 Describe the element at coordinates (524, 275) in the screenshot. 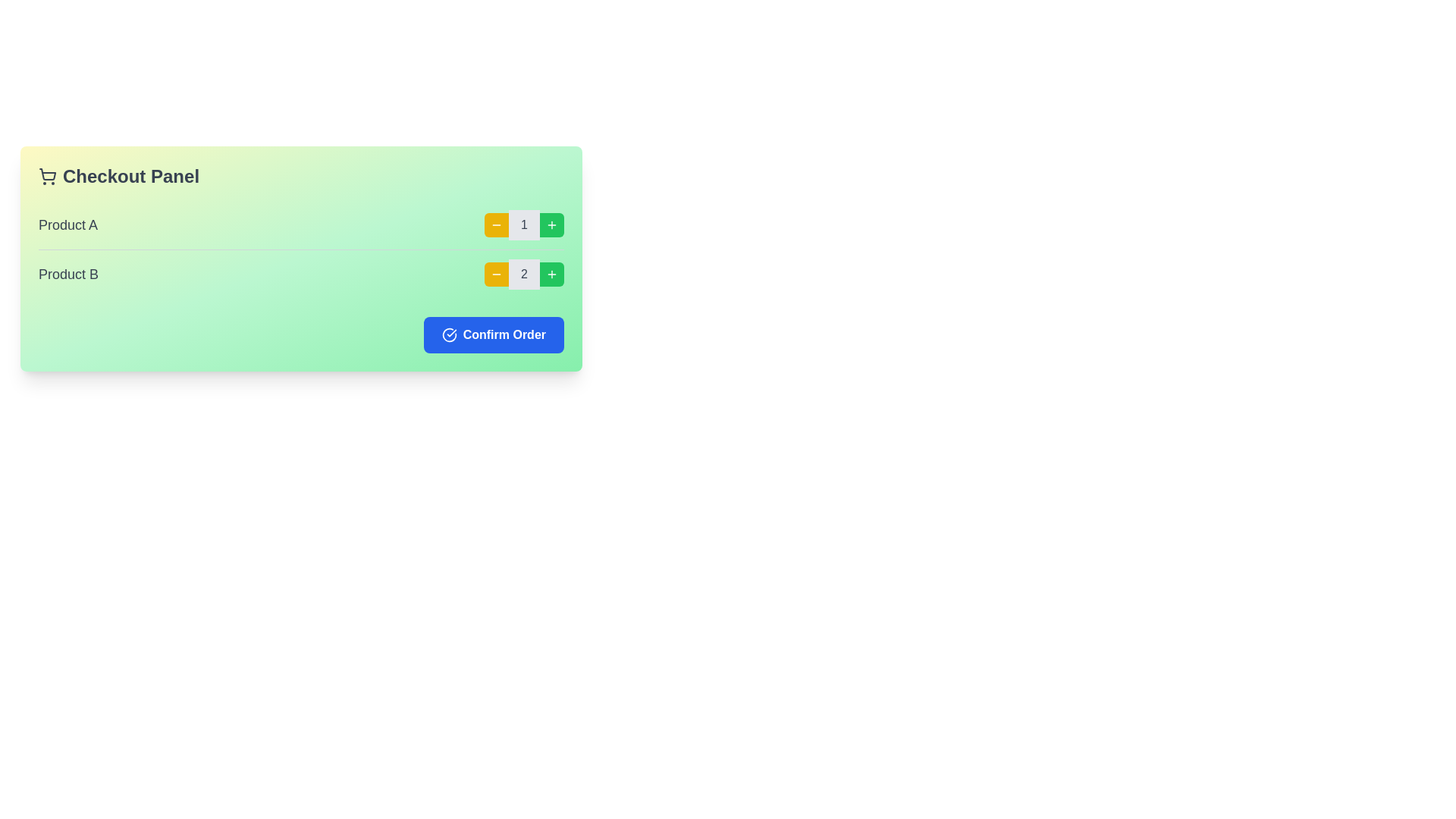

I see `the display text or label that shows the current numeric value or count, located in the second row of the numeric adjustment group, between the '-' yellow button and the '+' green button` at that location.